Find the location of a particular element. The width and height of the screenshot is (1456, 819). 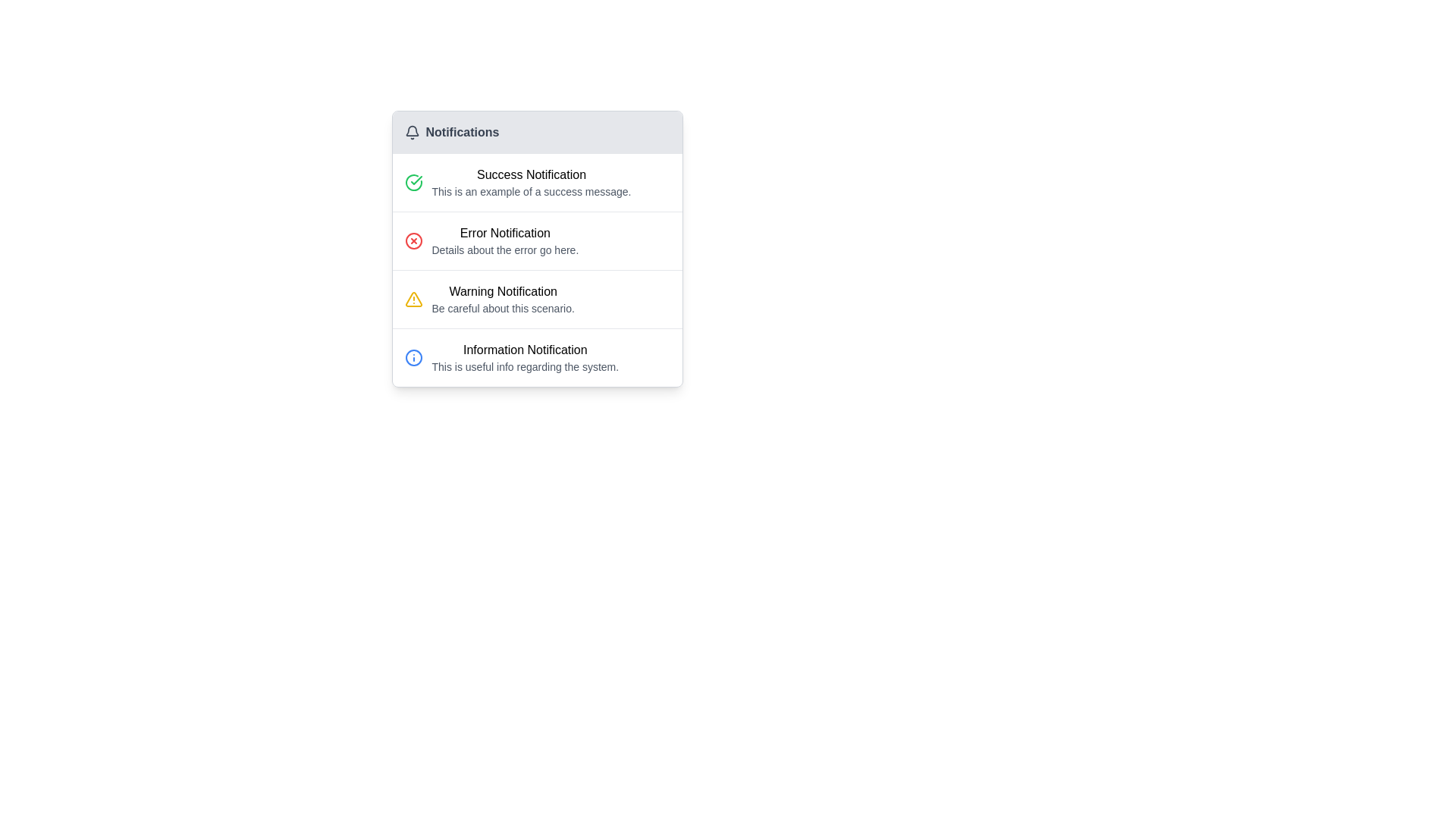

the text block titled 'Information Notification' with the description 'This is useful info regarding the system.' which is the fourth item in the notification list is located at coordinates (525, 357).